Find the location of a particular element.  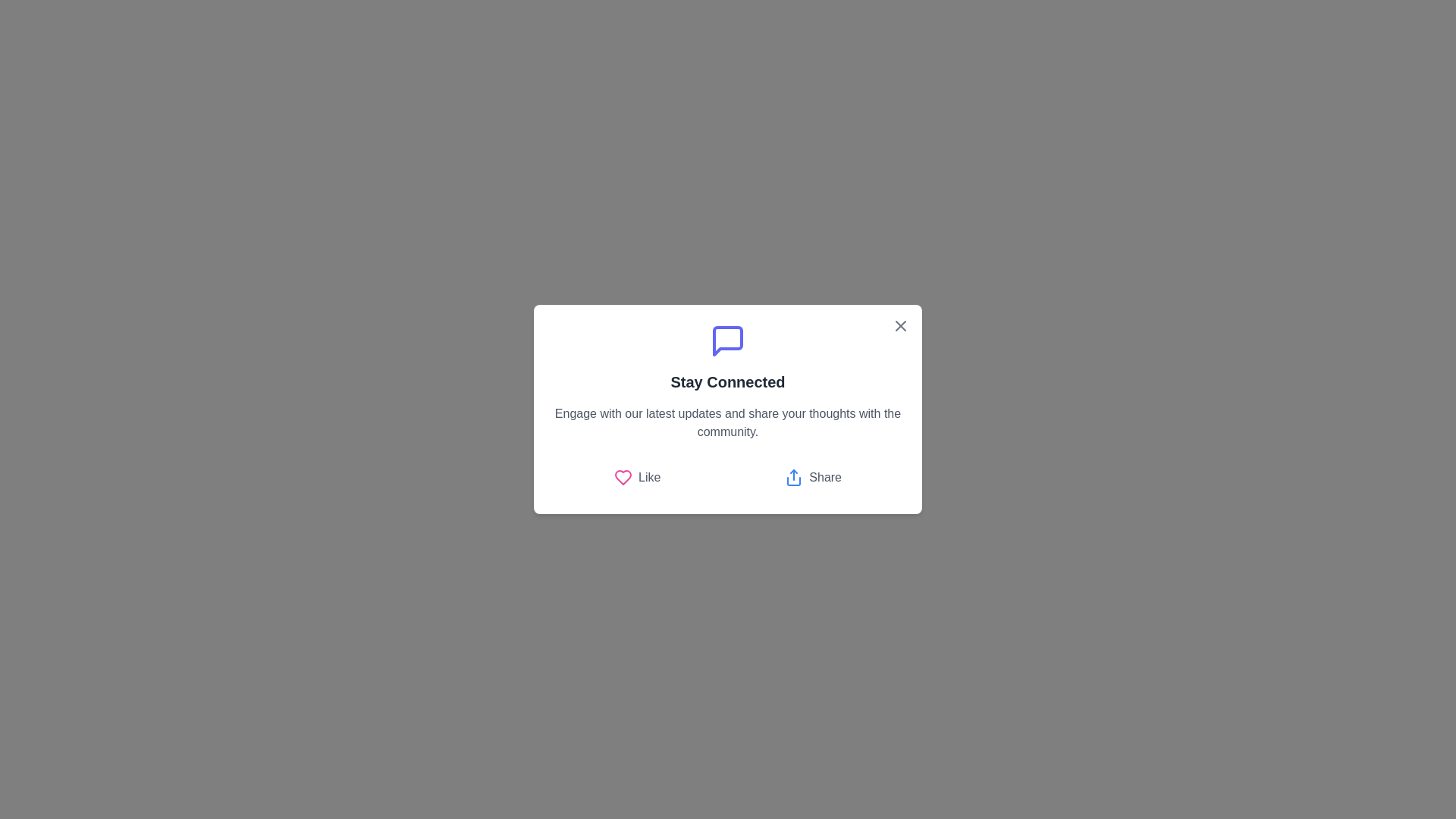

the 'Like' button to interact with it is located at coordinates (637, 476).